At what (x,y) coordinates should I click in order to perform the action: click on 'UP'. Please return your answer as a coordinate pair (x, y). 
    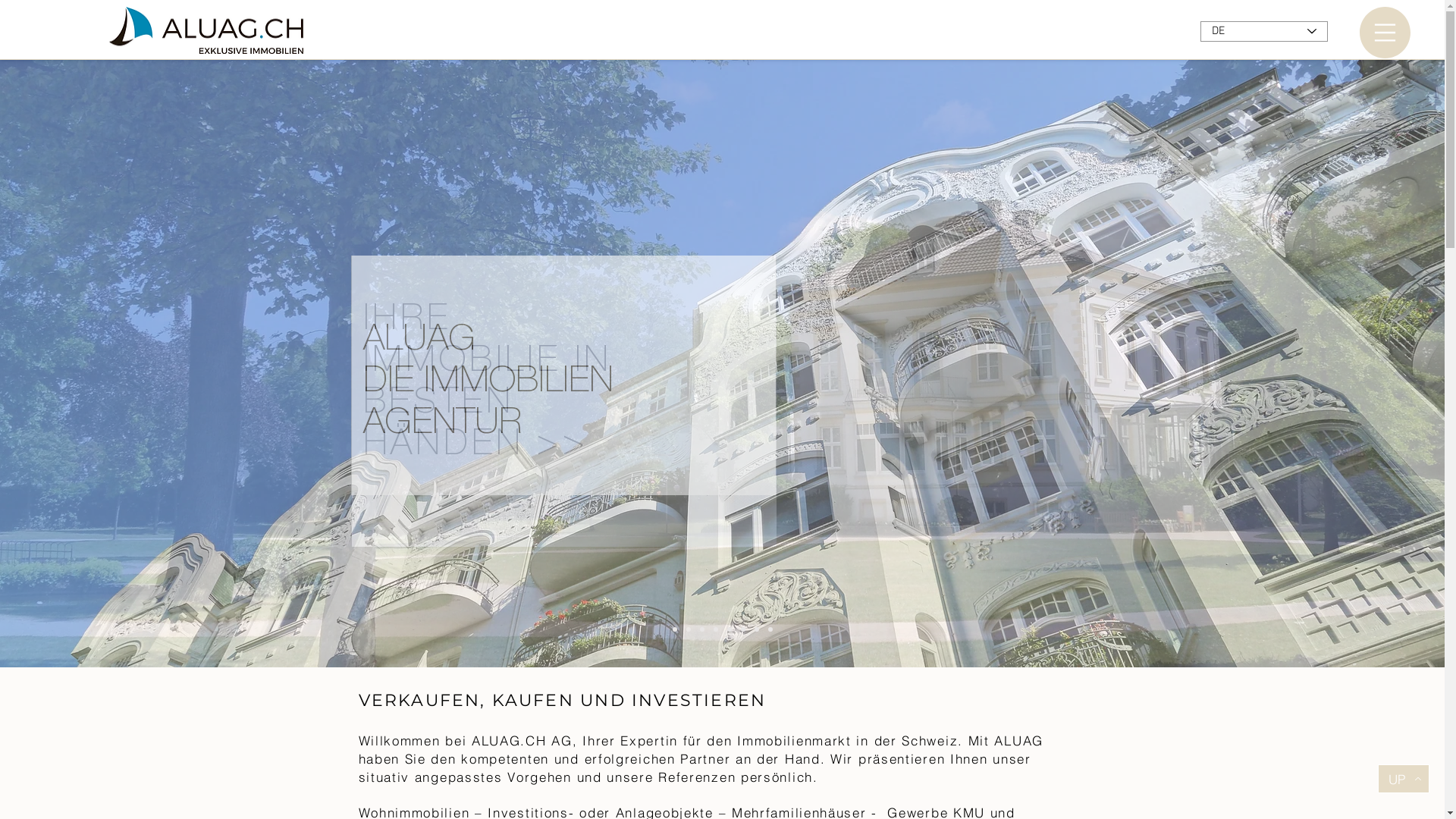
    Looking at the image, I should click on (1403, 778).